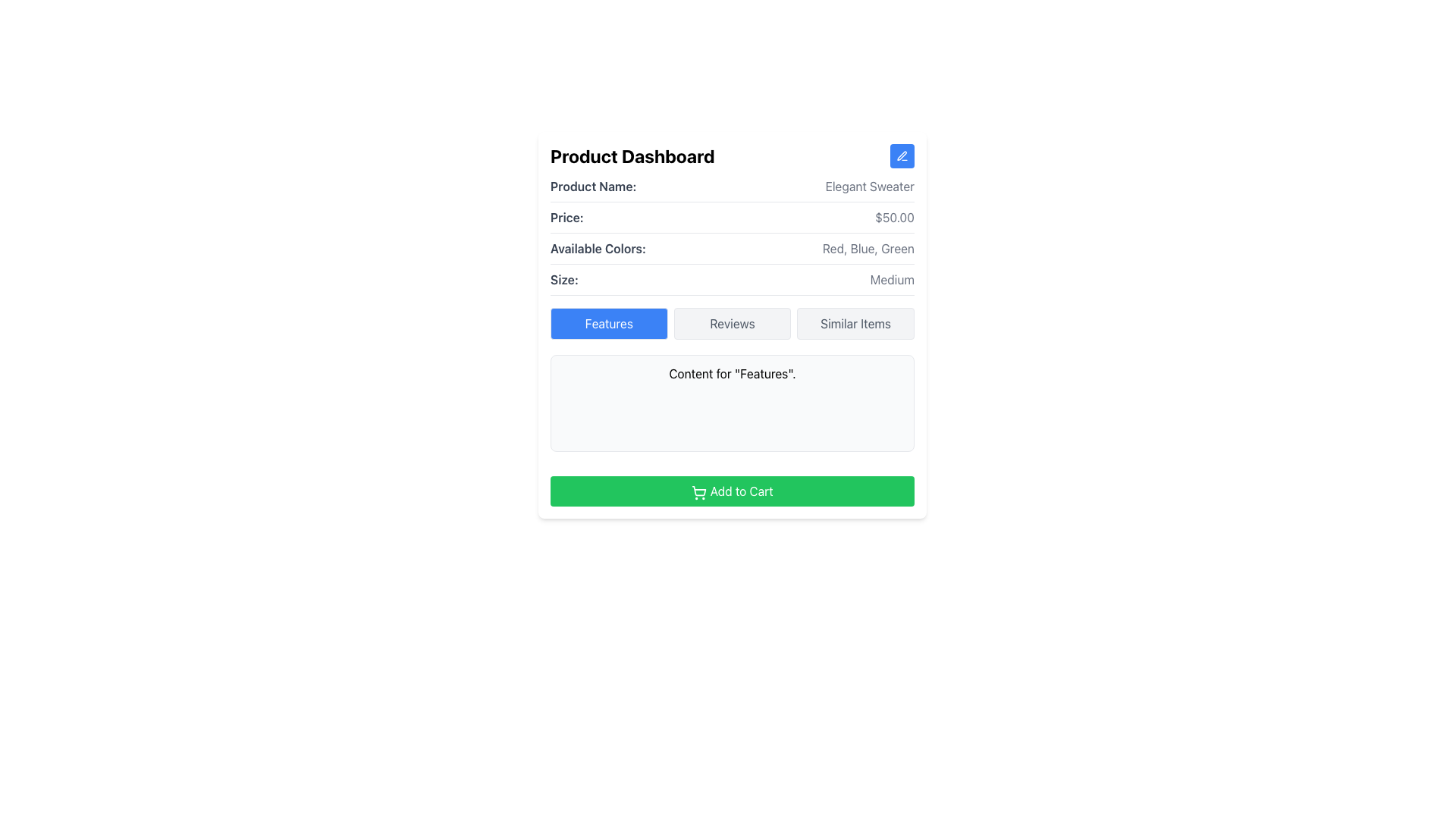 The image size is (1456, 819). Describe the element at coordinates (563, 280) in the screenshot. I see `the text label 'Size:' which is styled in bold dark gray and positioned to the left of the 'Medium' text in the section labeled 'Size: Medium'` at that location.